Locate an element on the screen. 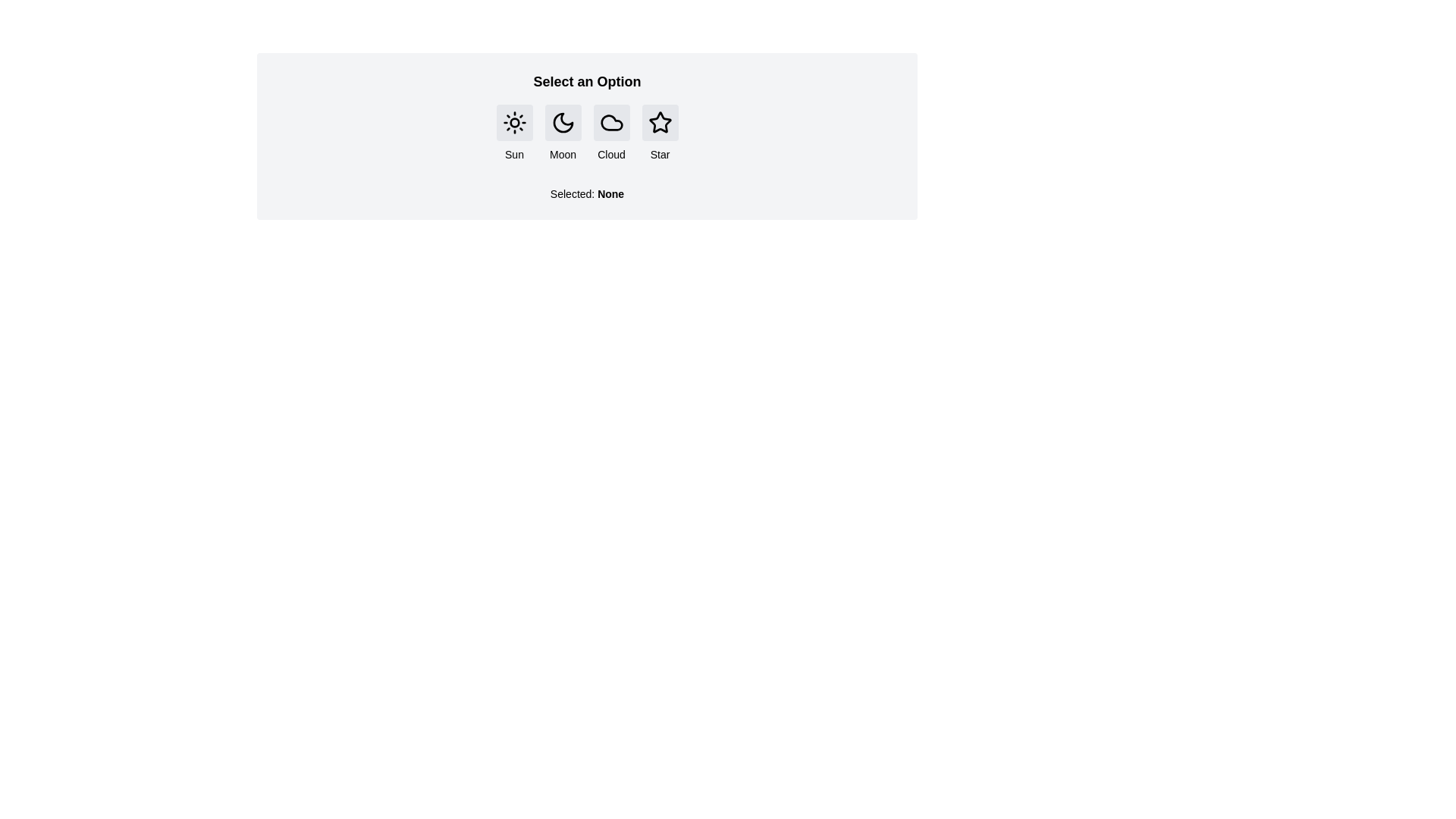 The image size is (1456, 819). the 'Cloud' icon, which is the third selectable icon in a row of four is located at coordinates (611, 122).